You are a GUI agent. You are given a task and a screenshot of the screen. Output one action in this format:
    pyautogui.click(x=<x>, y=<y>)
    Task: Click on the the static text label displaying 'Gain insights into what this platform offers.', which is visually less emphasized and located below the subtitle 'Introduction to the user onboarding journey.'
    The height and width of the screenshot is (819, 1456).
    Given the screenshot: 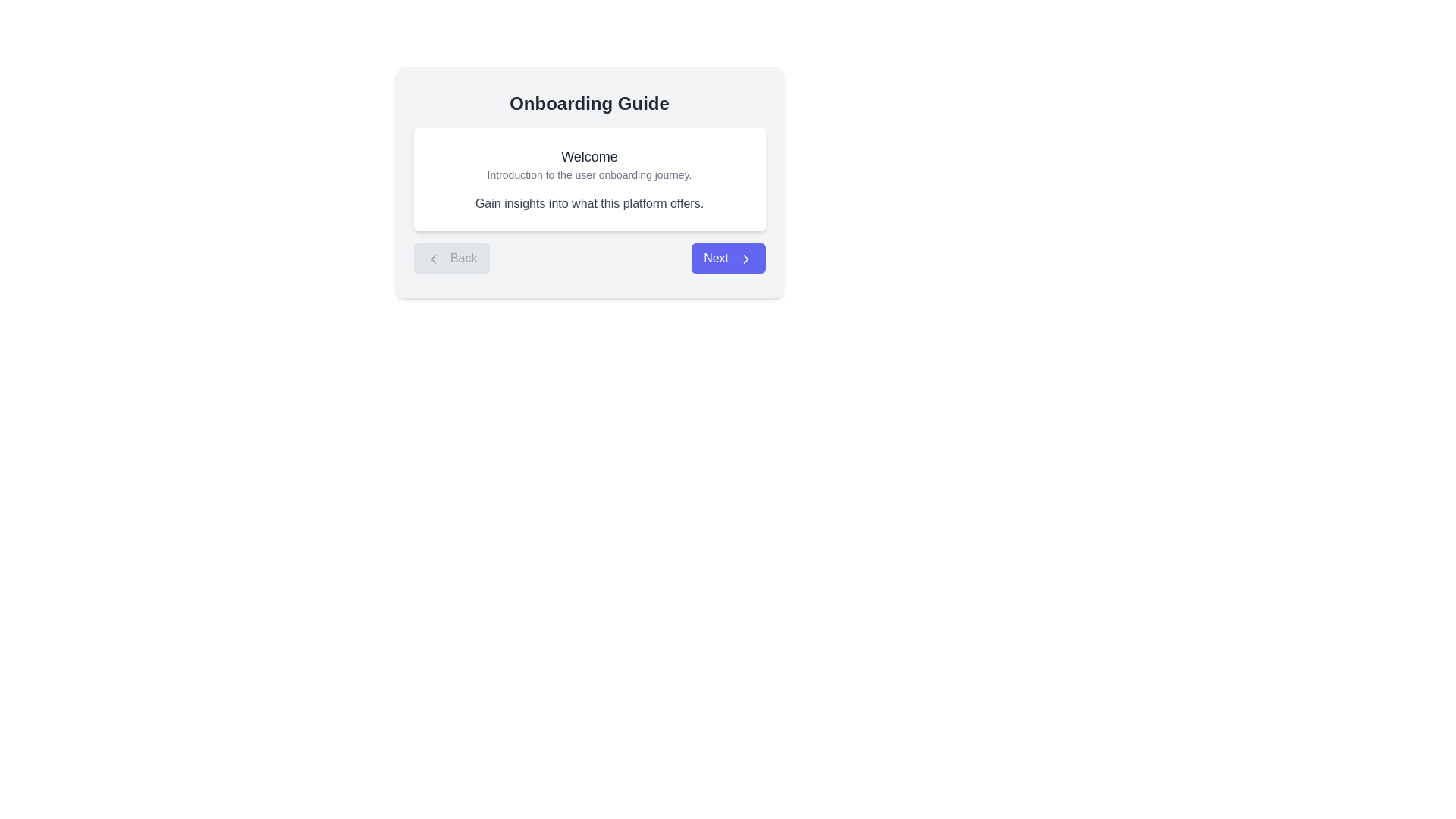 What is the action you would take?
    pyautogui.click(x=588, y=203)
    